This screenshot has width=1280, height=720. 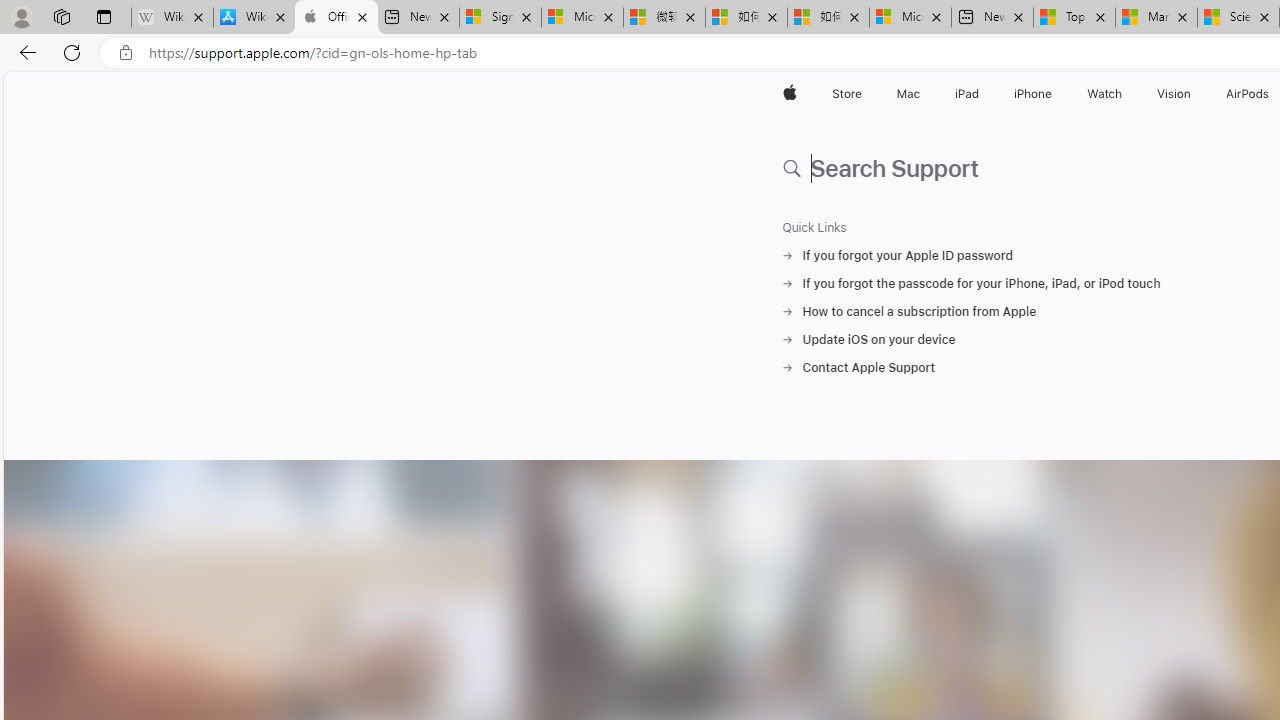 I want to click on 'AirPods', so click(x=1247, y=93).